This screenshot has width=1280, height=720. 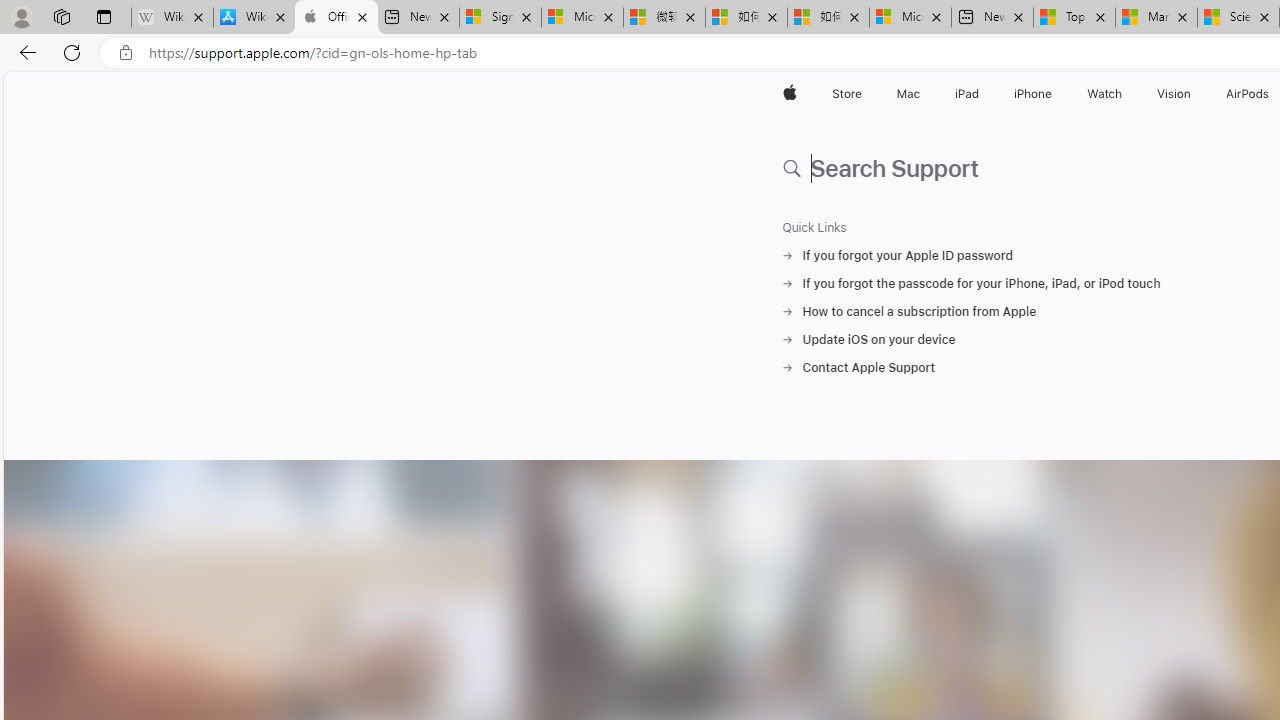 I want to click on 'AirPods', so click(x=1247, y=93).